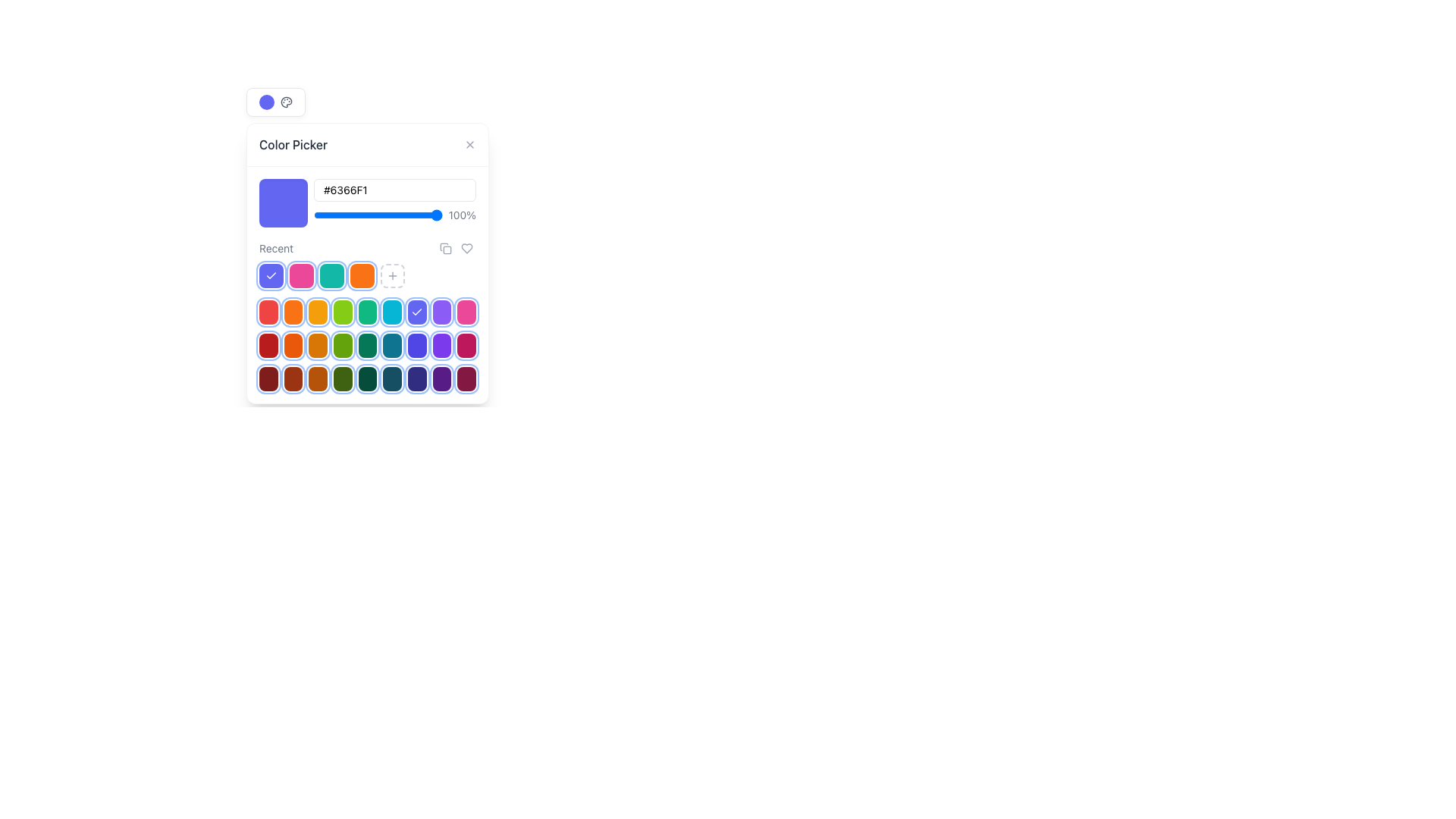 This screenshot has width=1456, height=819. I want to click on the slider value, so click(340, 215).